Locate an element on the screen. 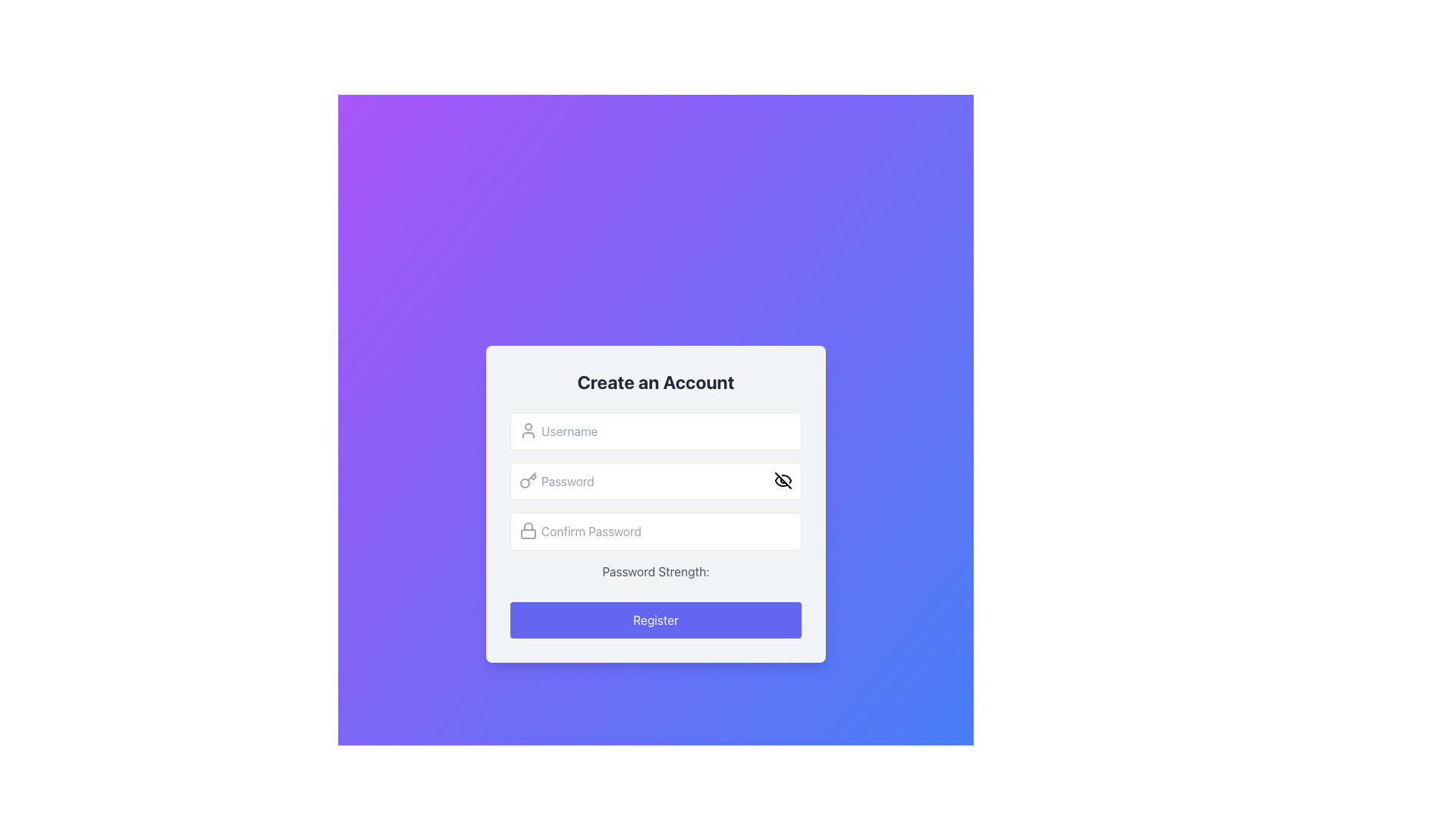 The image size is (1456, 819). the diagonal line within the 'eye-off' icon, which indicates the 'off' state for hiding password characters in the password input field is located at coordinates (783, 480).